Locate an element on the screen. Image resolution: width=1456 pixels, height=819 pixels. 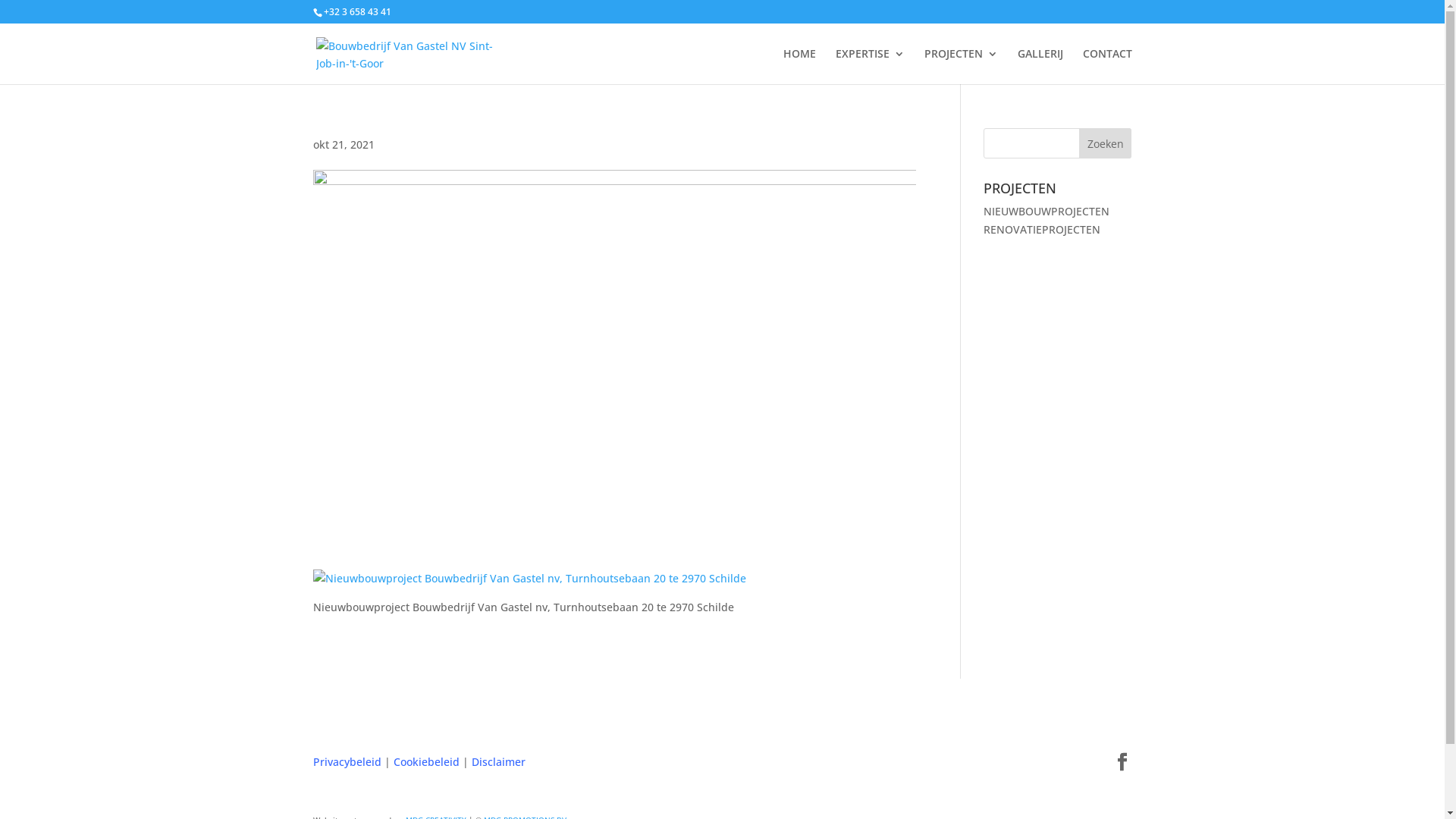
'HOME' is located at coordinates (798, 65).